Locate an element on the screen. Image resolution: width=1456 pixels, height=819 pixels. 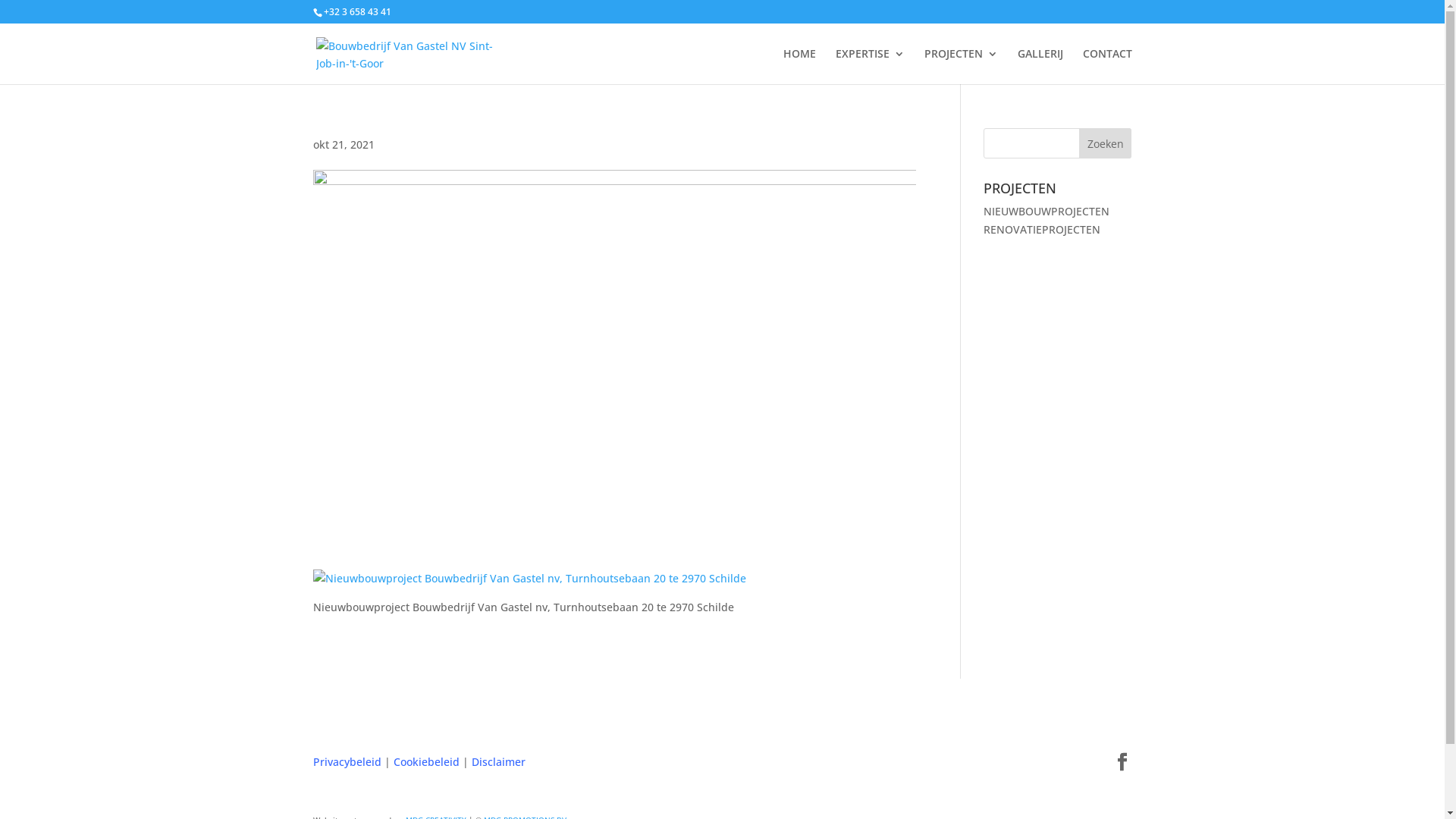
'HOME' is located at coordinates (798, 65).